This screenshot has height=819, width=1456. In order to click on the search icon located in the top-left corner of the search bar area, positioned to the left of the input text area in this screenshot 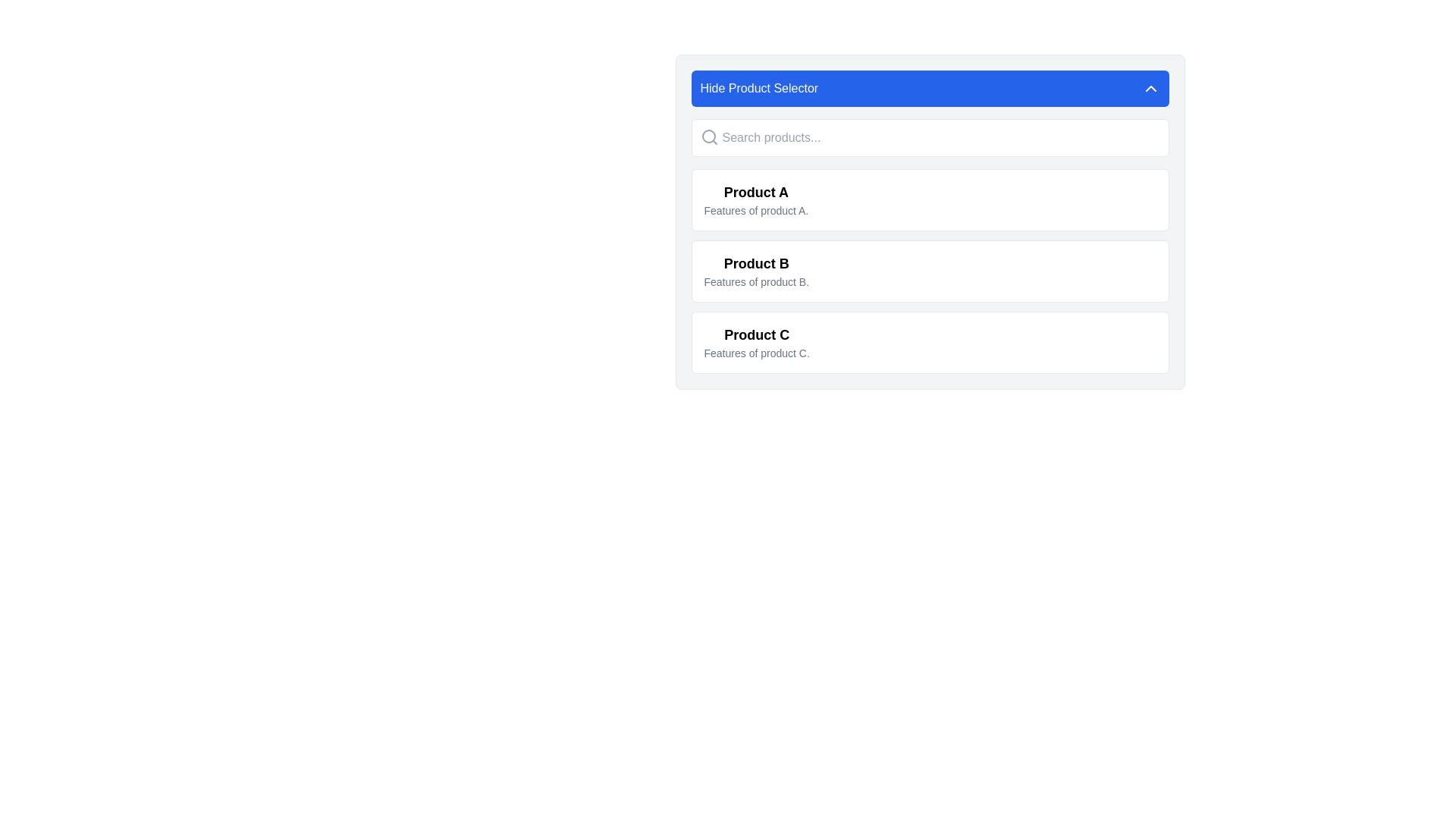, I will do `click(708, 137)`.